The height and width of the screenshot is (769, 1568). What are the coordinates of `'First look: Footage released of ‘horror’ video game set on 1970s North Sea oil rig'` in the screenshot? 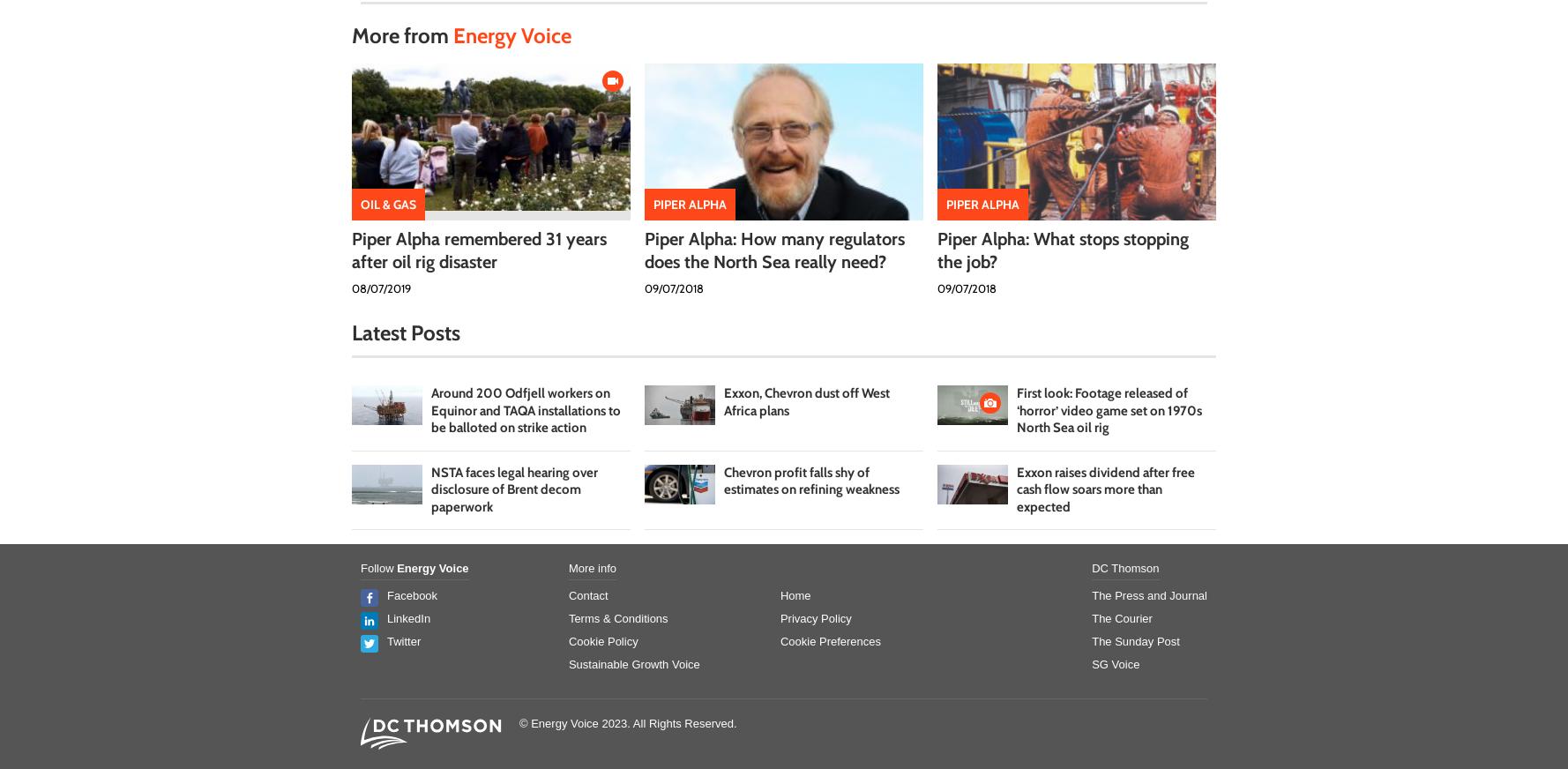 It's located at (1108, 409).